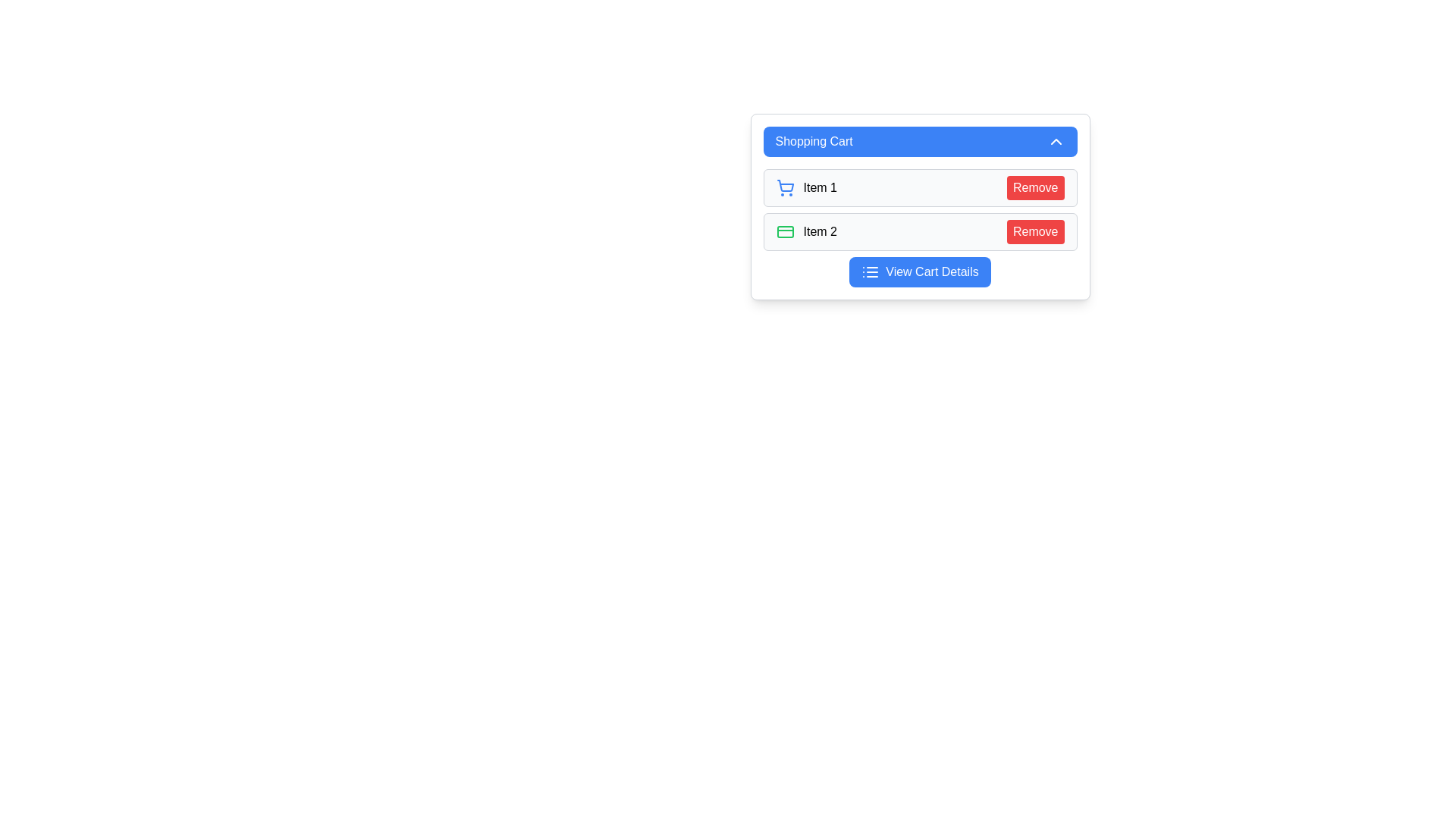 Image resolution: width=1456 pixels, height=819 pixels. What do you see at coordinates (919, 227) in the screenshot?
I see `the second row of the shopping cart list item displaying details for 'Item 2'` at bounding box center [919, 227].